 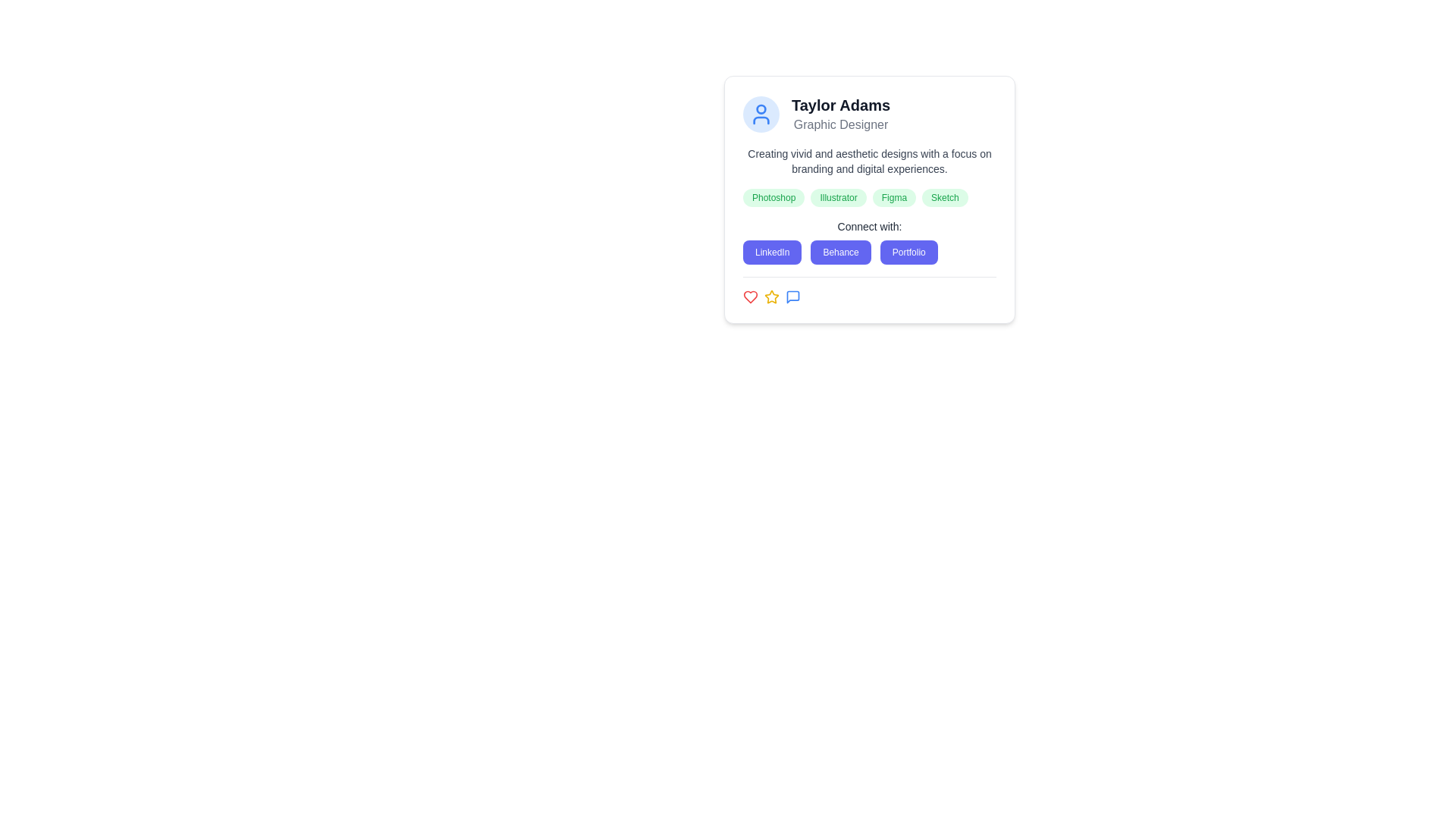 What do you see at coordinates (761, 113) in the screenshot?
I see `the user profile SVG icon, which is filled with a blue tint and located within a light blue circular background, situated above the text 'Taylor Adams'` at bounding box center [761, 113].